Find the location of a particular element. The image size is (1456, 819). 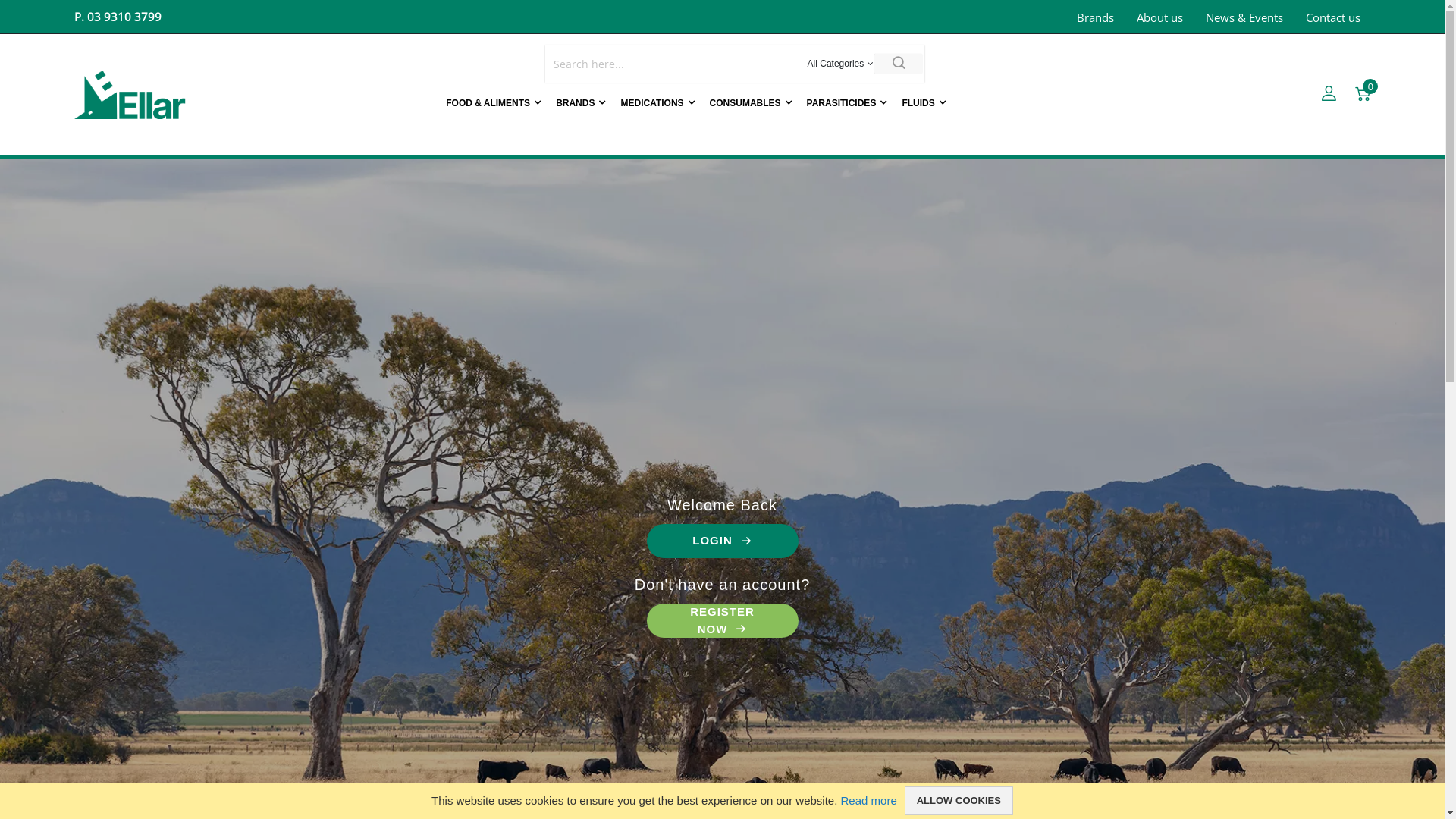

'About us' is located at coordinates (1159, 17).